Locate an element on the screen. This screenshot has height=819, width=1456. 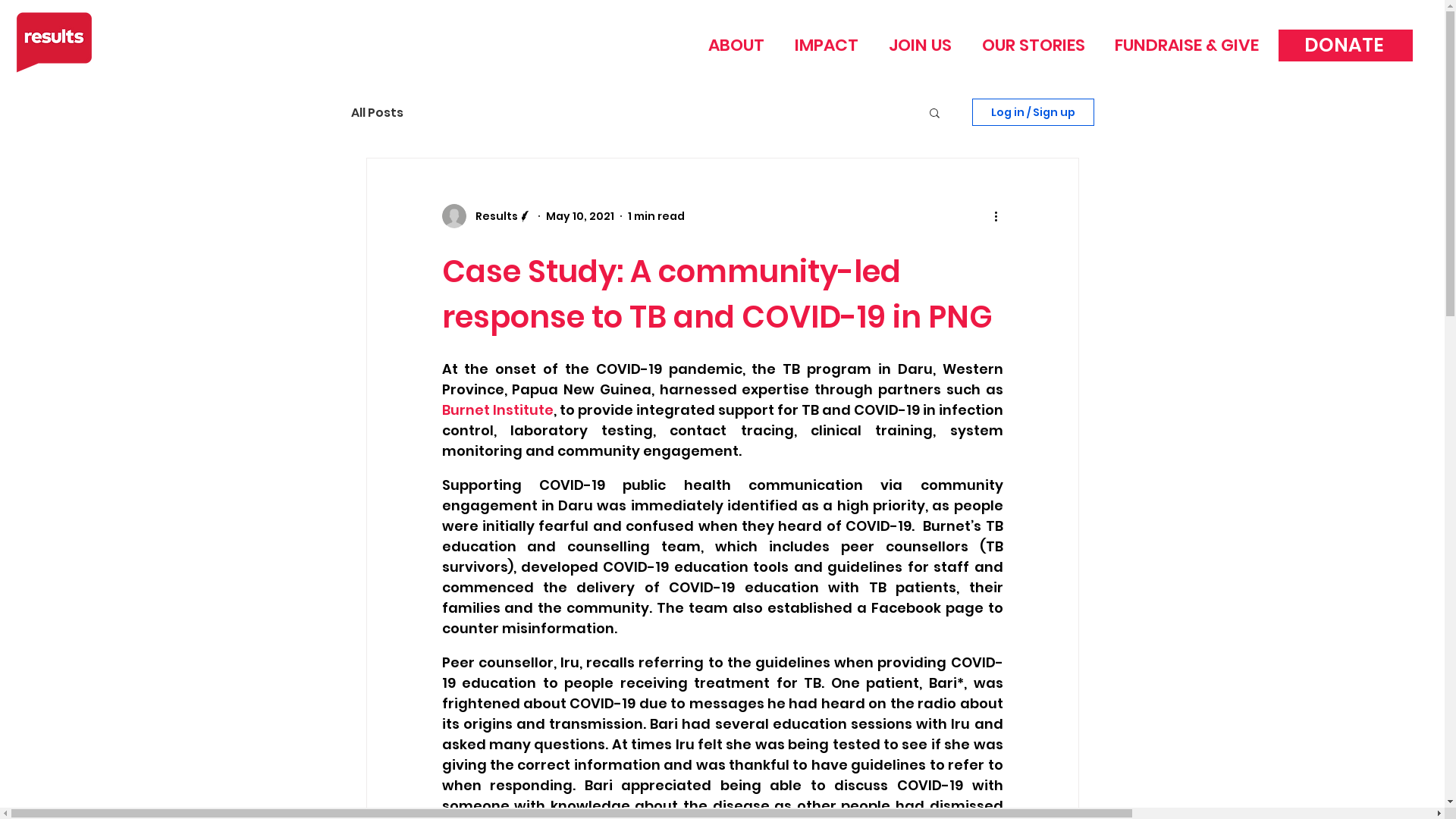
'FUNDRAISE & GIVE' is located at coordinates (1185, 45).